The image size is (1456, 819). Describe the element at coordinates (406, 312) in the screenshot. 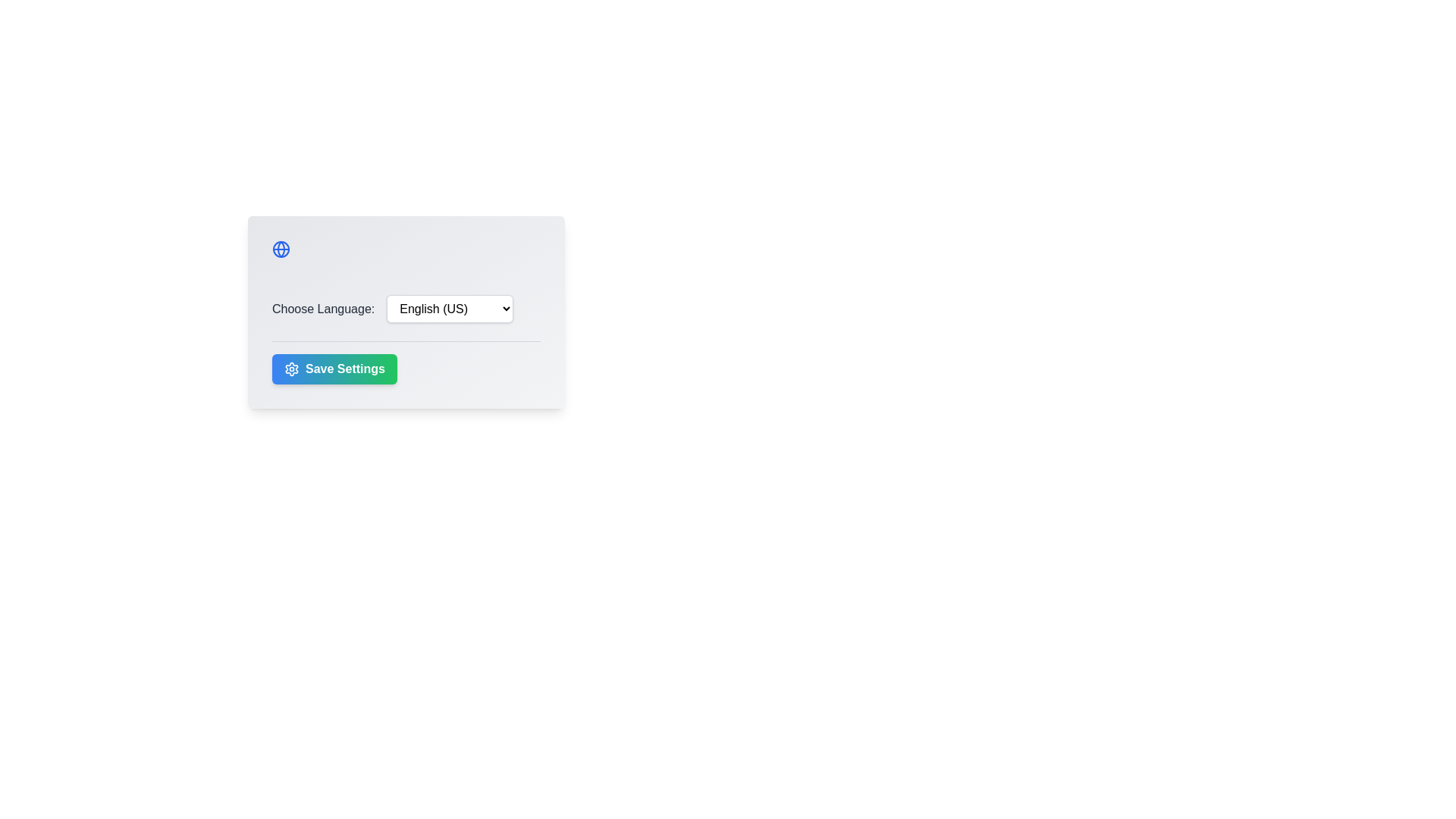

I see `the dropdown menu labeled 'English (US)' which is styled with a white background and is positioned below the label 'Choose Language:' and above the green 'Save Settings' button` at that location.